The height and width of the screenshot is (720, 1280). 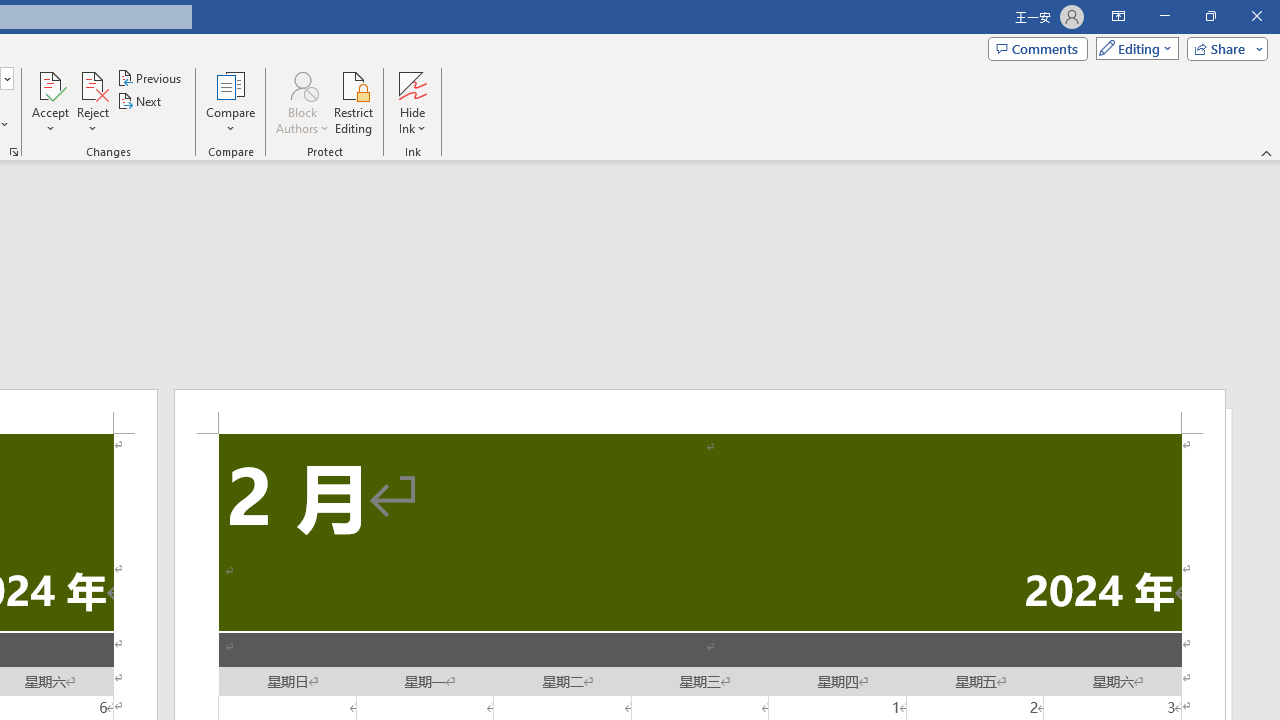 What do you see at coordinates (411, 84) in the screenshot?
I see `'Hide Ink'` at bounding box center [411, 84].